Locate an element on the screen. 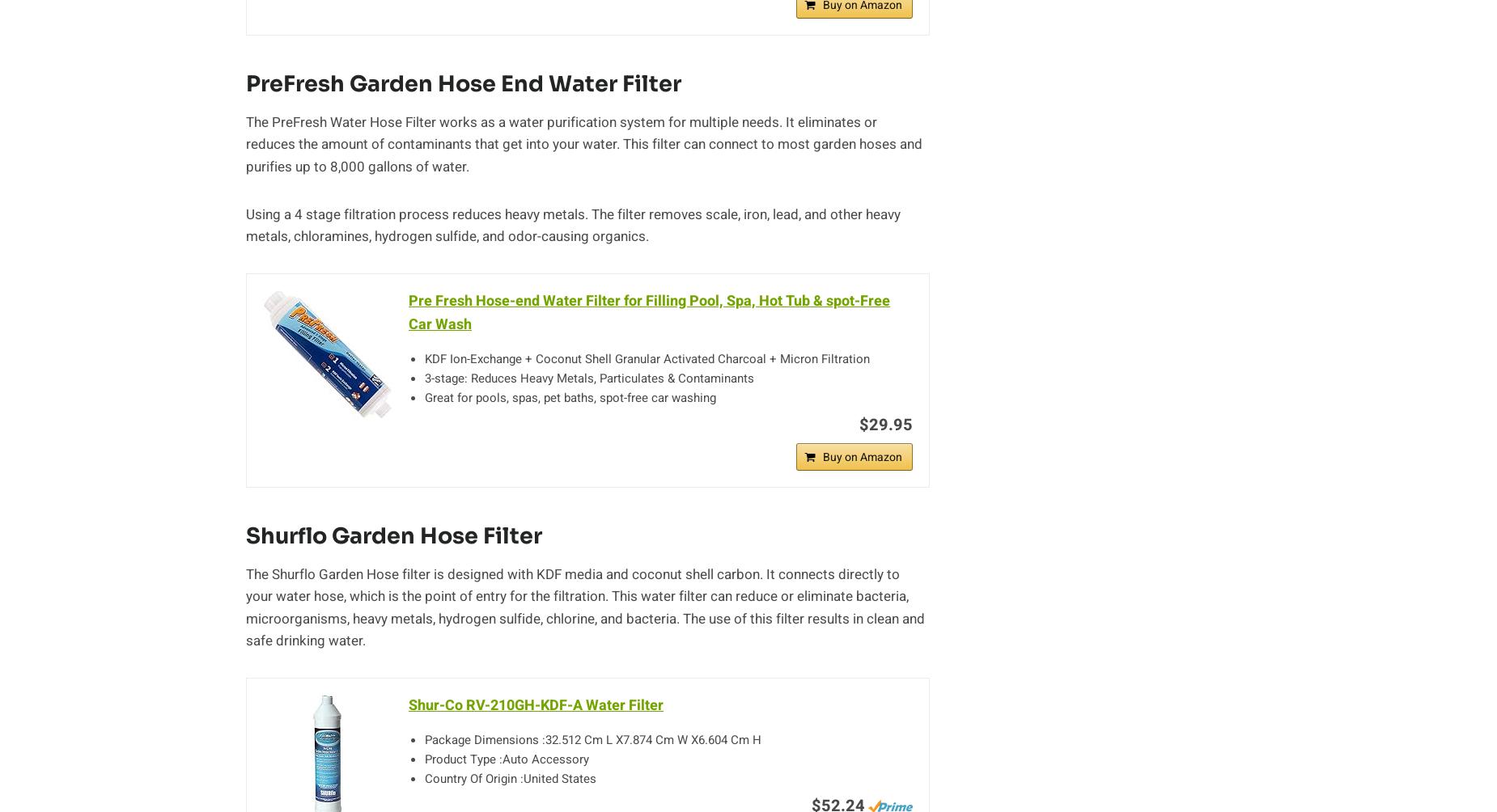 The height and width of the screenshot is (812, 1497). 'Great for pools, spas, pet baths, spot-free car washing' is located at coordinates (570, 395).